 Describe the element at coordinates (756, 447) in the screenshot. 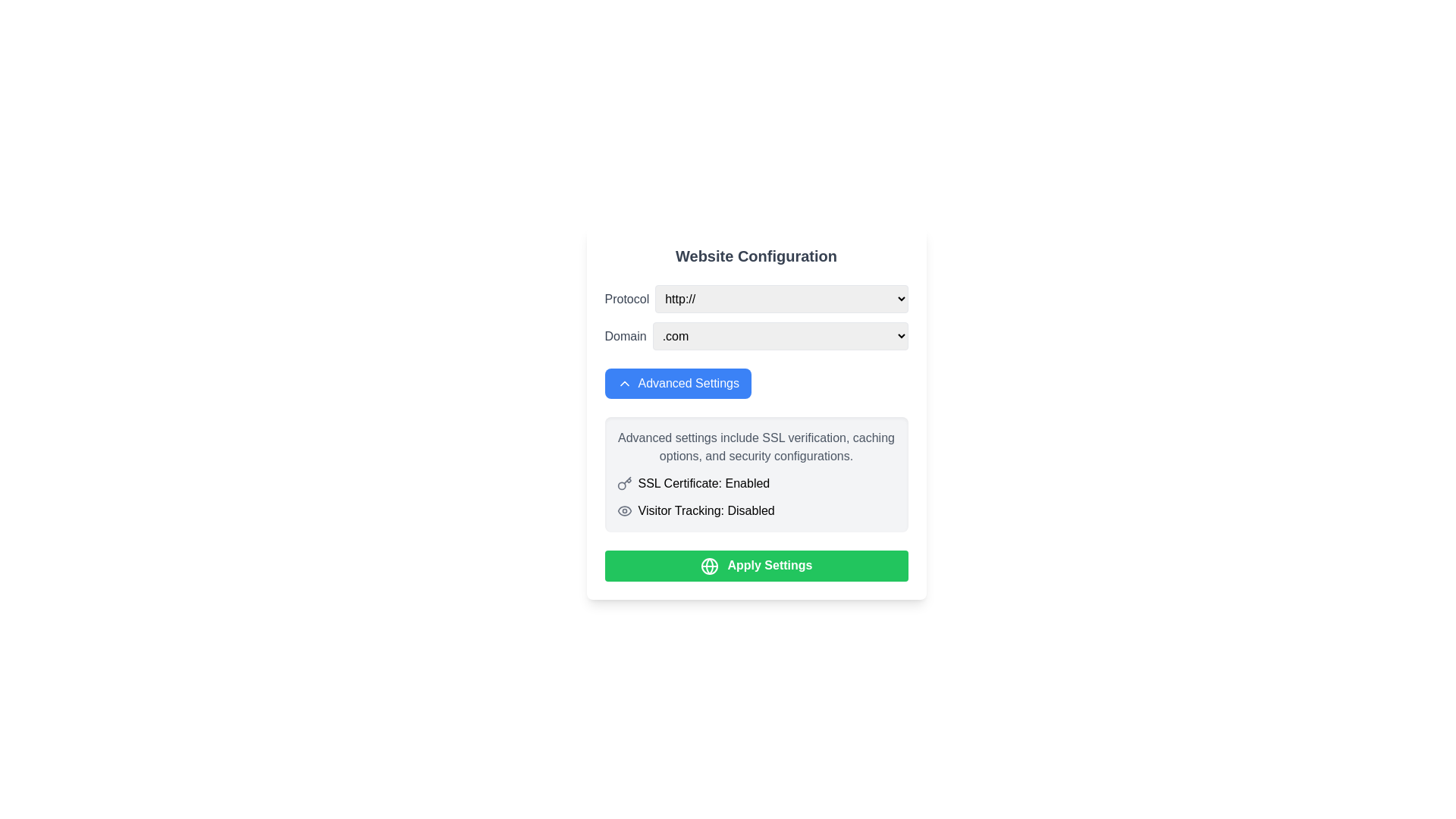

I see `the text block displaying 'Advanced settings include SSL verification, caching options, and security configurations.' which is located in a light gray rounded box just below the 'Advanced Settings' button` at that location.